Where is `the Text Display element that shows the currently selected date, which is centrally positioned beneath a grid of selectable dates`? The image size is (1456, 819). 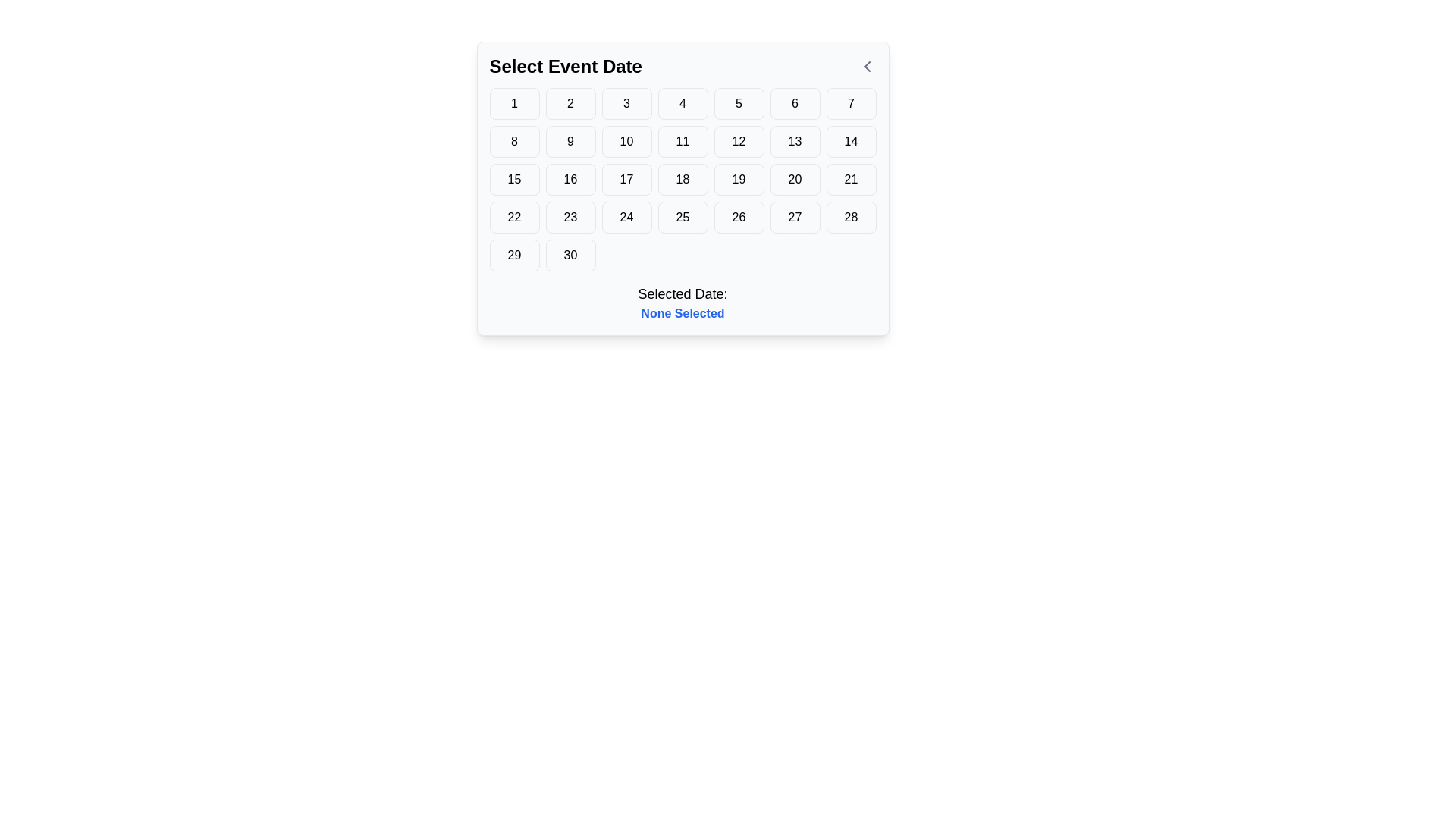
the Text Display element that shows the currently selected date, which is centrally positioned beneath a grid of selectable dates is located at coordinates (682, 303).